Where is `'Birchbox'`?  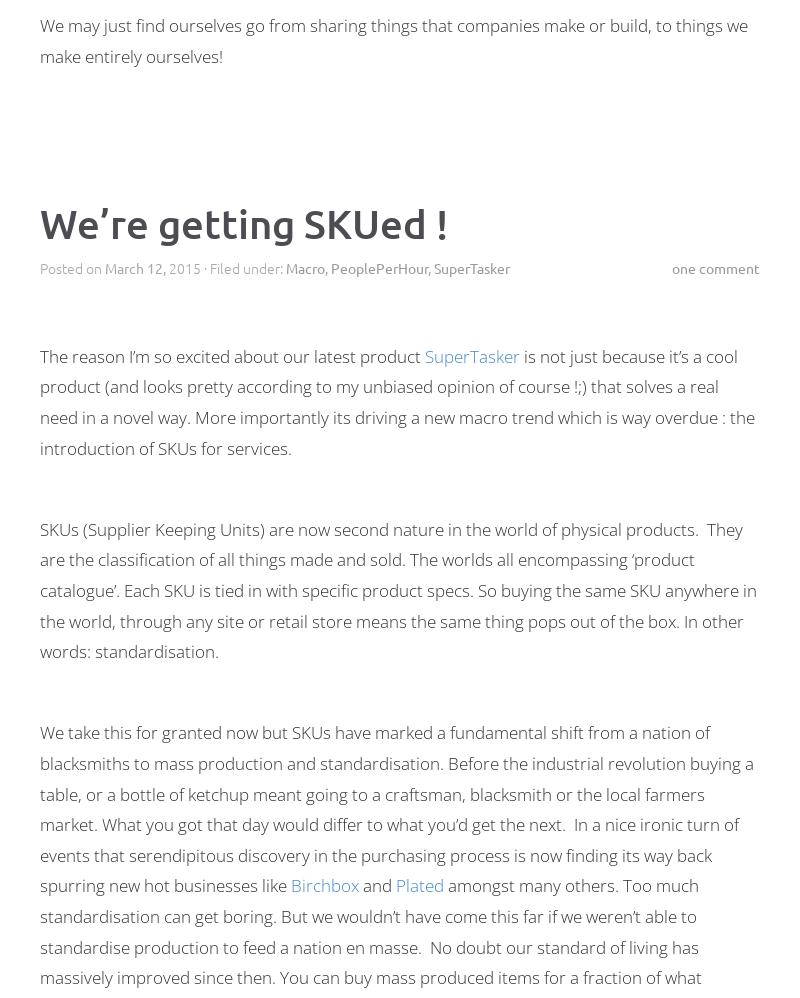
'Birchbox' is located at coordinates (323, 884).